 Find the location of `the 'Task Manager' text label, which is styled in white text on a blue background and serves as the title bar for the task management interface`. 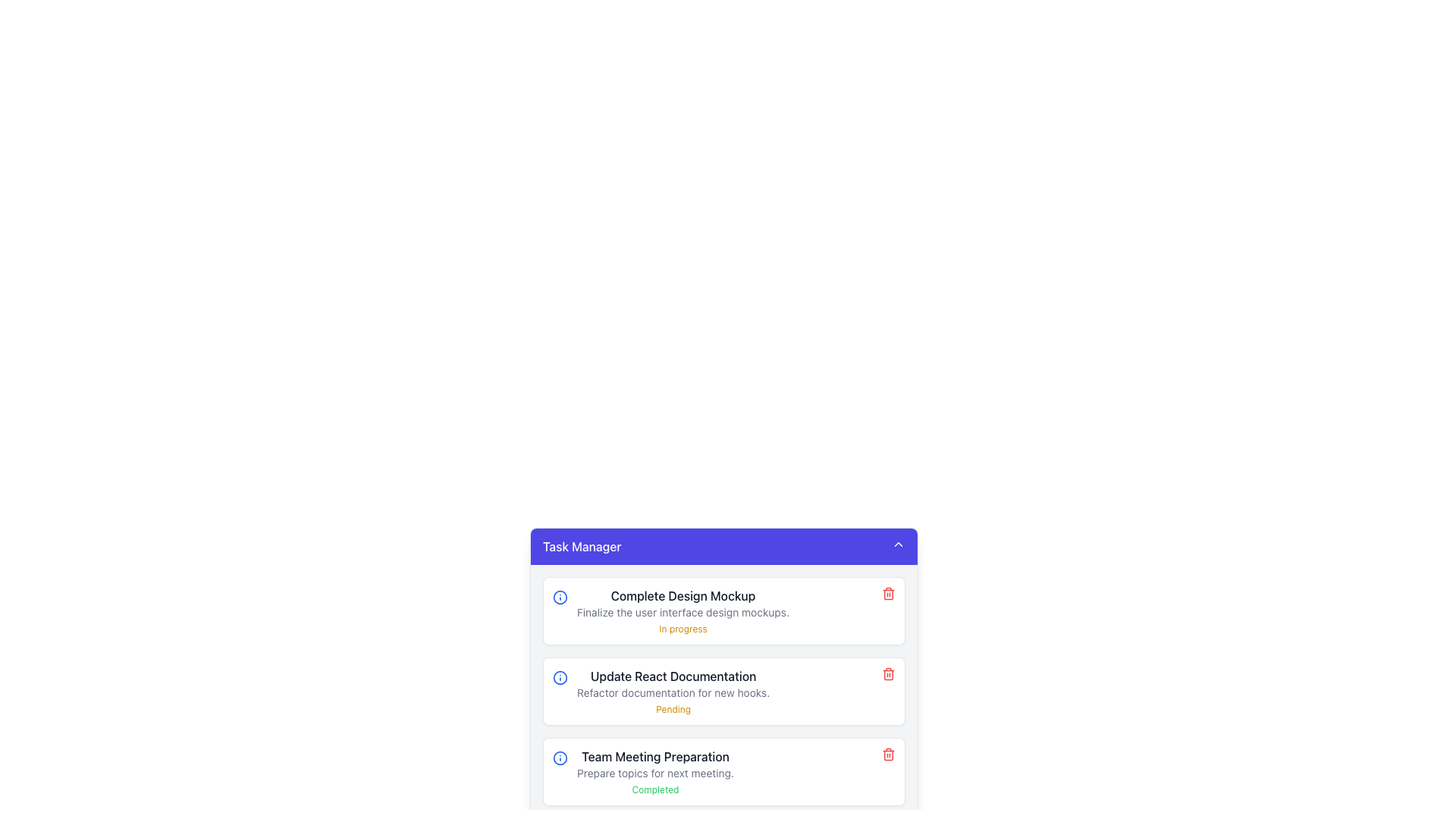

the 'Task Manager' text label, which is styled in white text on a blue background and serves as the title bar for the task management interface is located at coordinates (581, 547).